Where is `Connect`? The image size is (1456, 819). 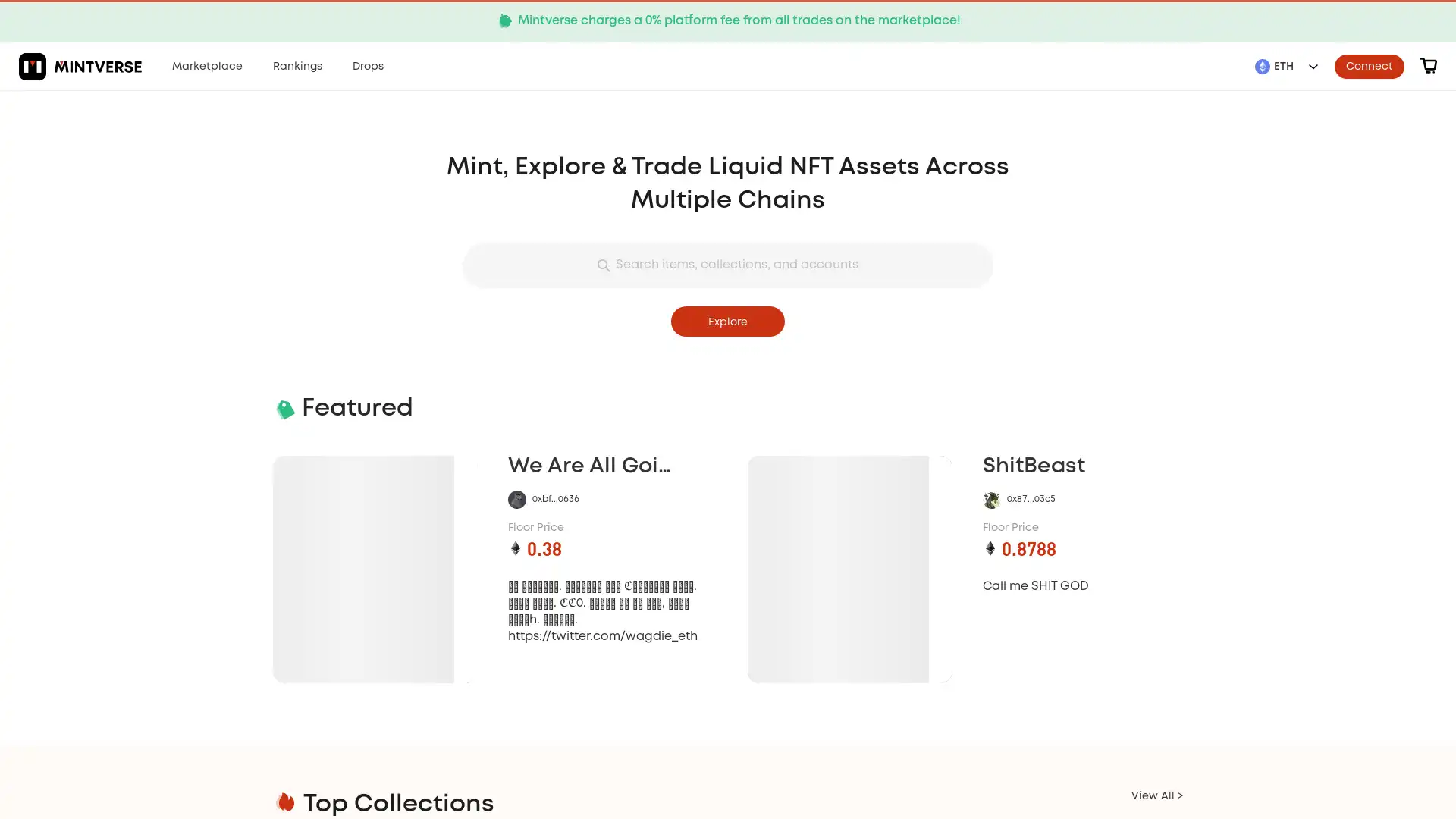 Connect is located at coordinates (1369, 65).